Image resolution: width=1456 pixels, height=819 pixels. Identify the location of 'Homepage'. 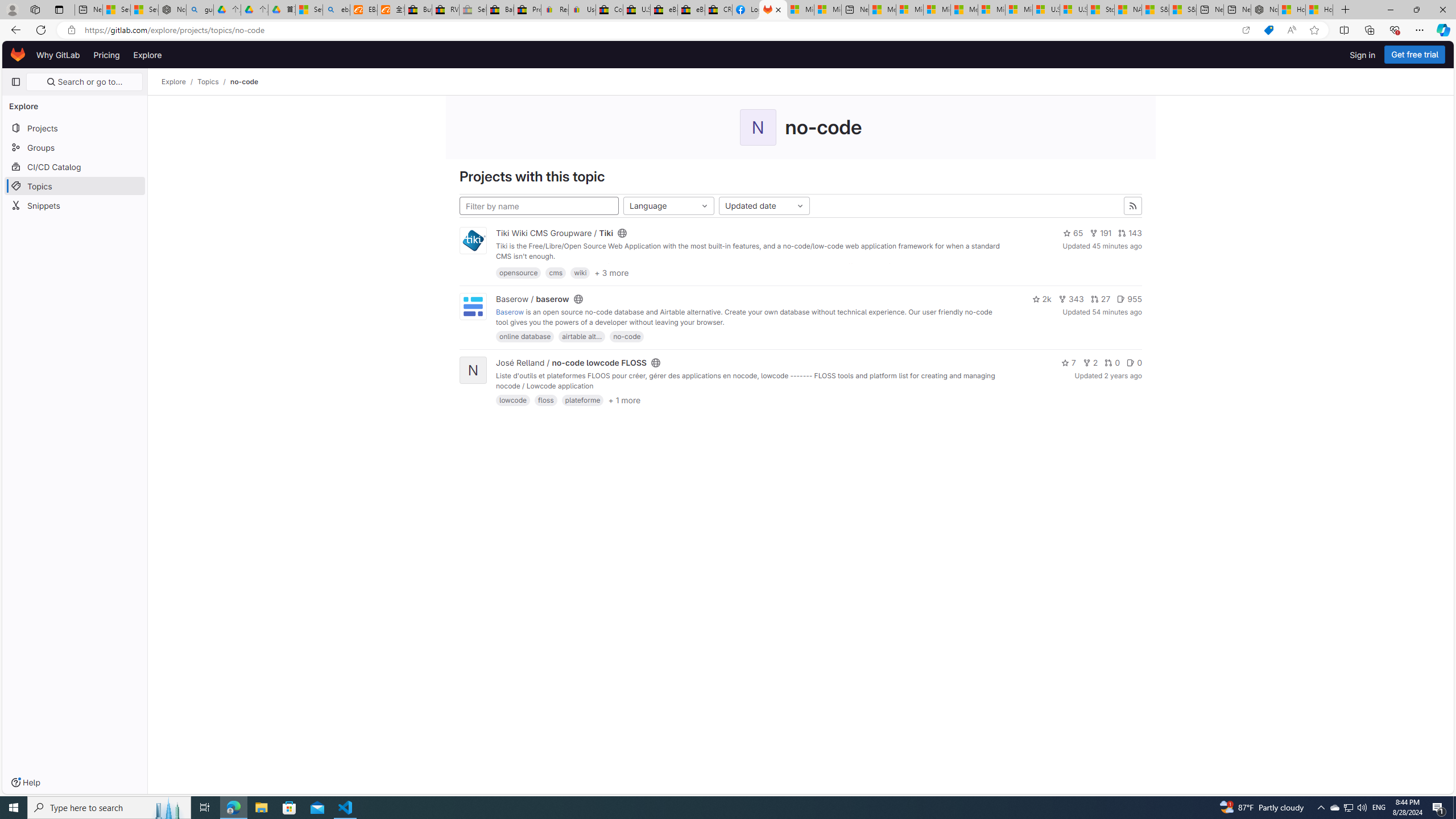
(18, 54).